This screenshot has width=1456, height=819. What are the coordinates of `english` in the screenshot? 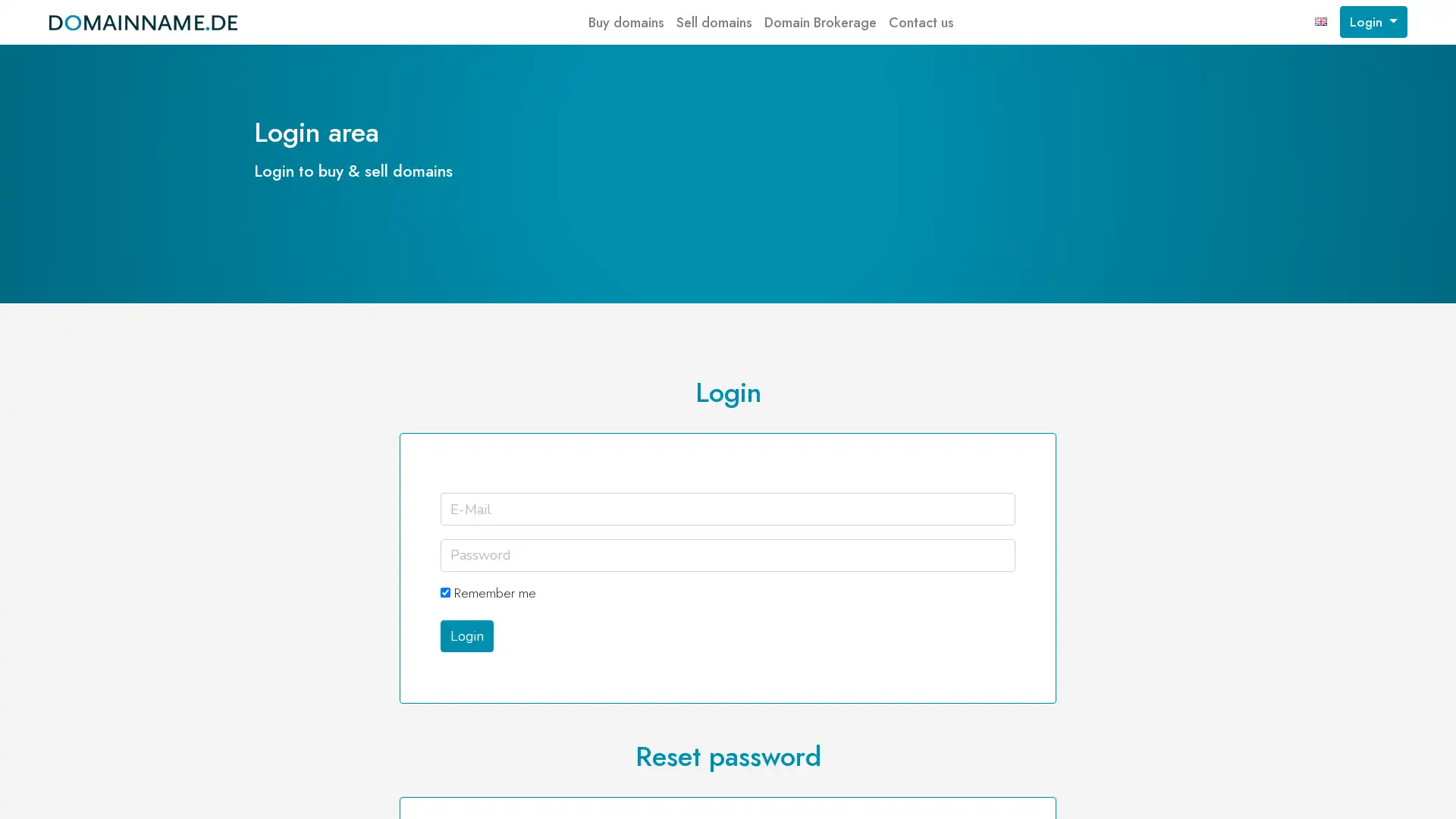 It's located at (1320, 22).